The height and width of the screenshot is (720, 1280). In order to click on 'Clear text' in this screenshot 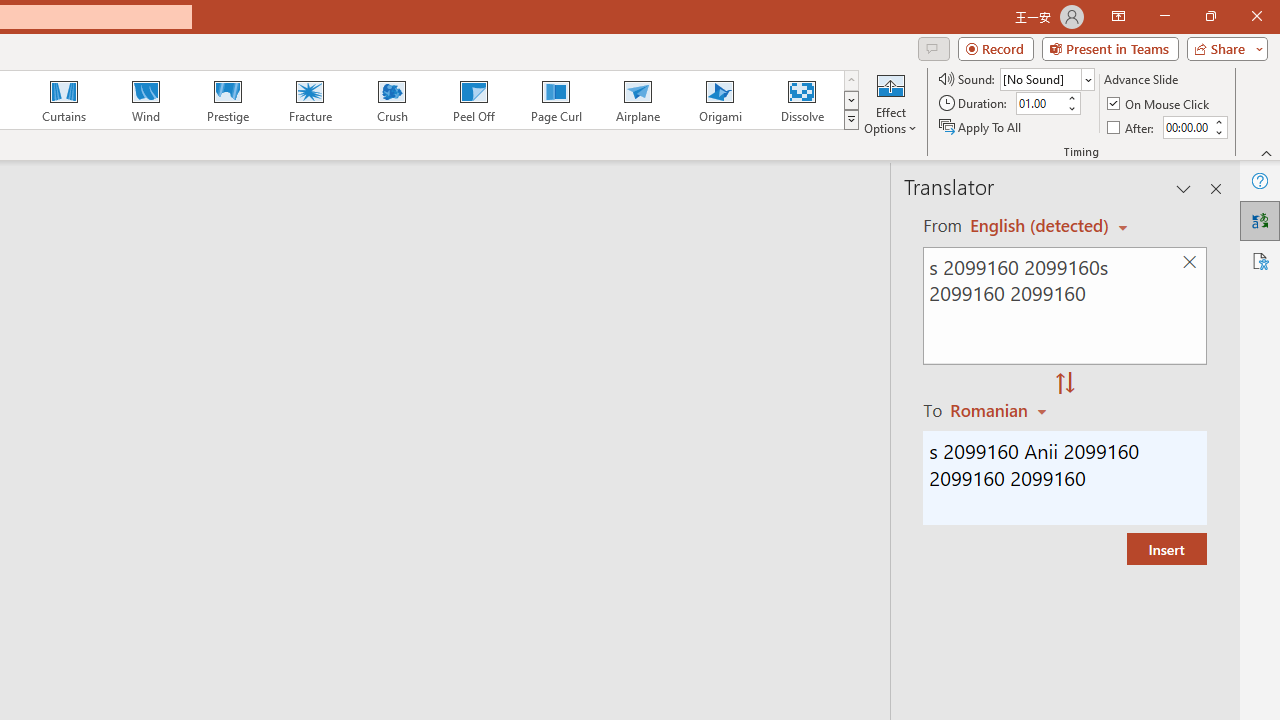, I will do `click(1189, 262)`.